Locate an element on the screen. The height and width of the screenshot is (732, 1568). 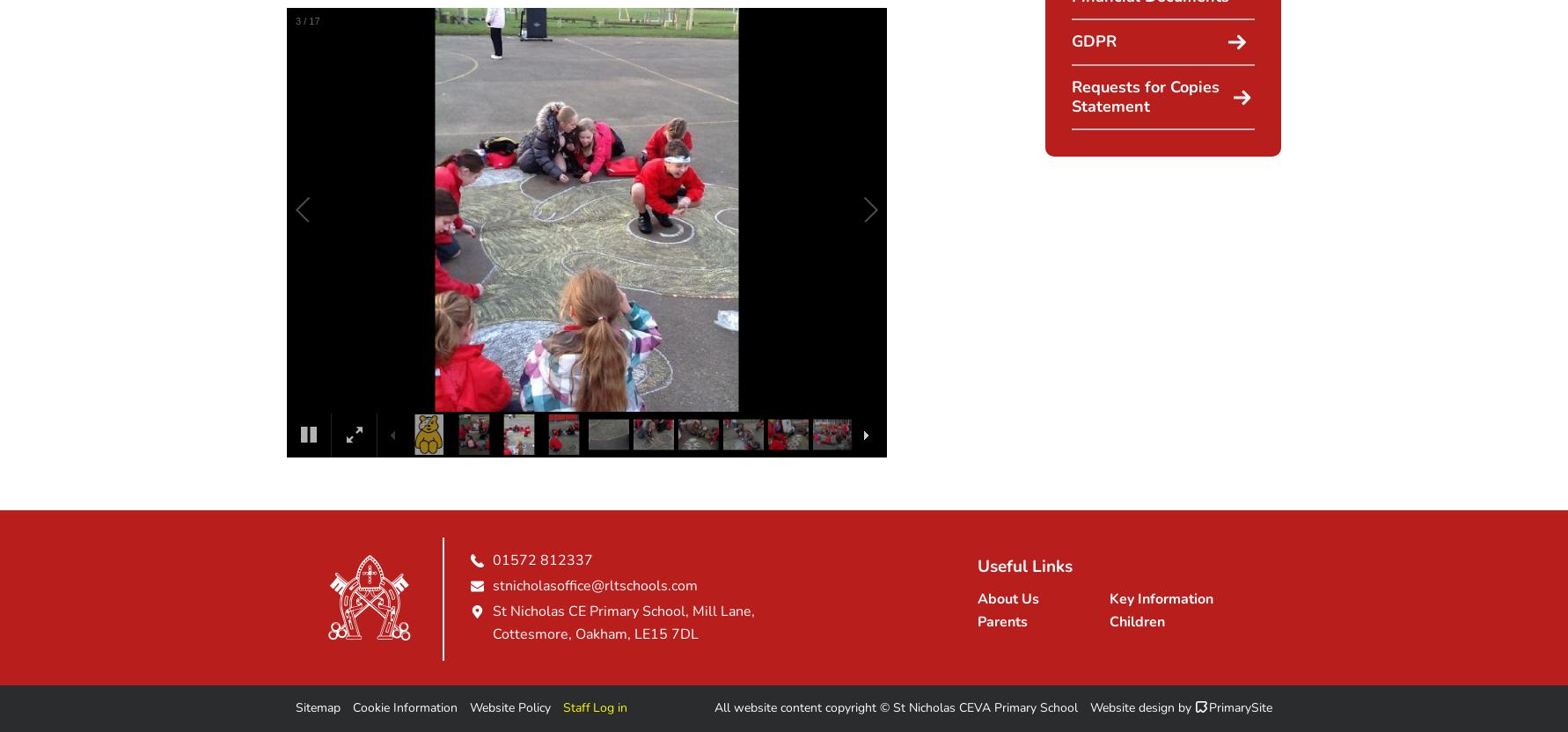
'3' is located at coordinates (297, 19).